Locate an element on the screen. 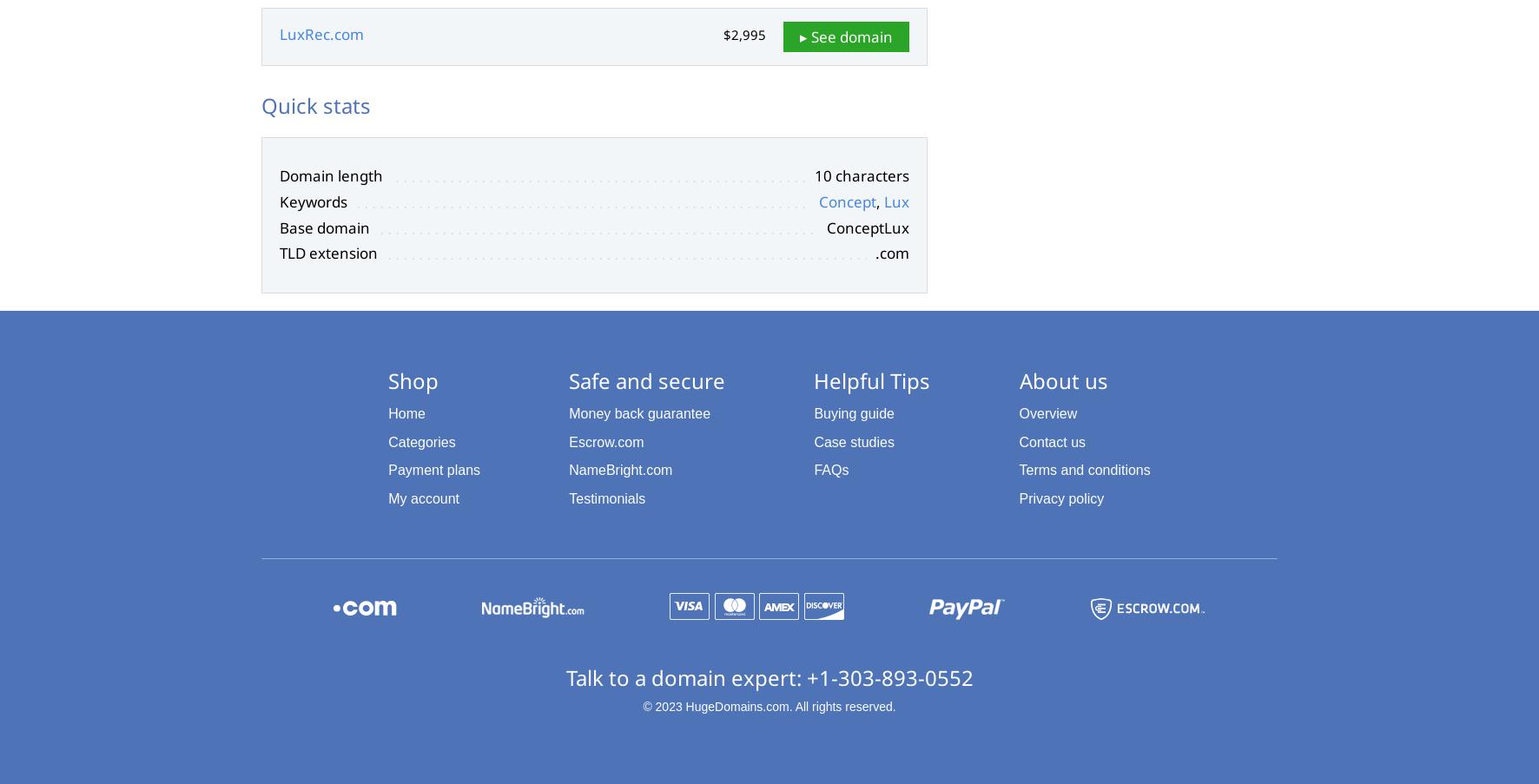 This screenshot has height=784, width=1539. 'Concept' is located at coordinates (847, 201).